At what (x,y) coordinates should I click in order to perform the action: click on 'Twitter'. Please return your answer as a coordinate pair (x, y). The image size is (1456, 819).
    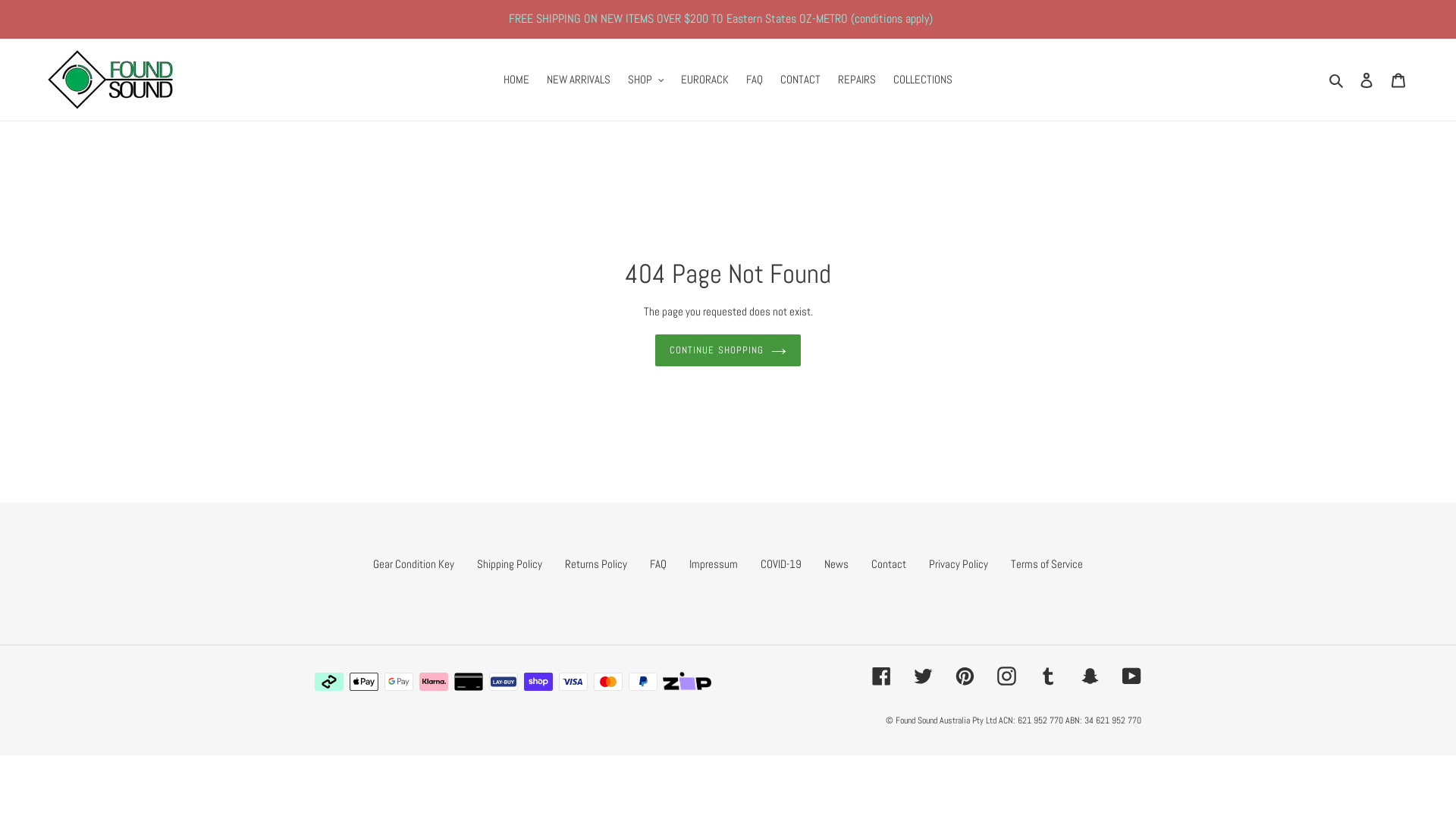
    Looking at the image, I should click on (922, 675).